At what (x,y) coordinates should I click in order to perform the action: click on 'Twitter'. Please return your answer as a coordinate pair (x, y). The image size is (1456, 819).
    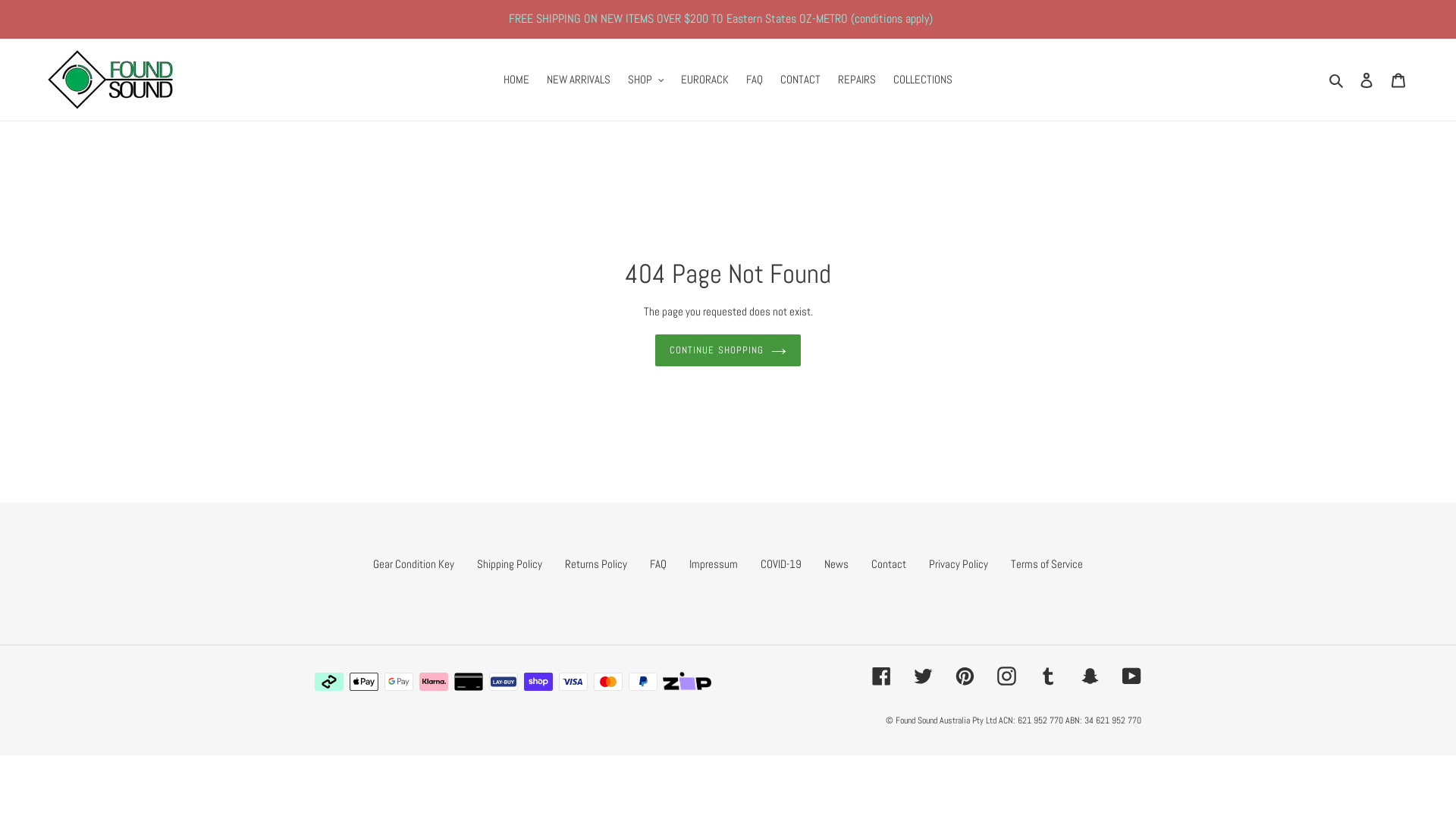
    Looking at the image, I should click on (922, 675).